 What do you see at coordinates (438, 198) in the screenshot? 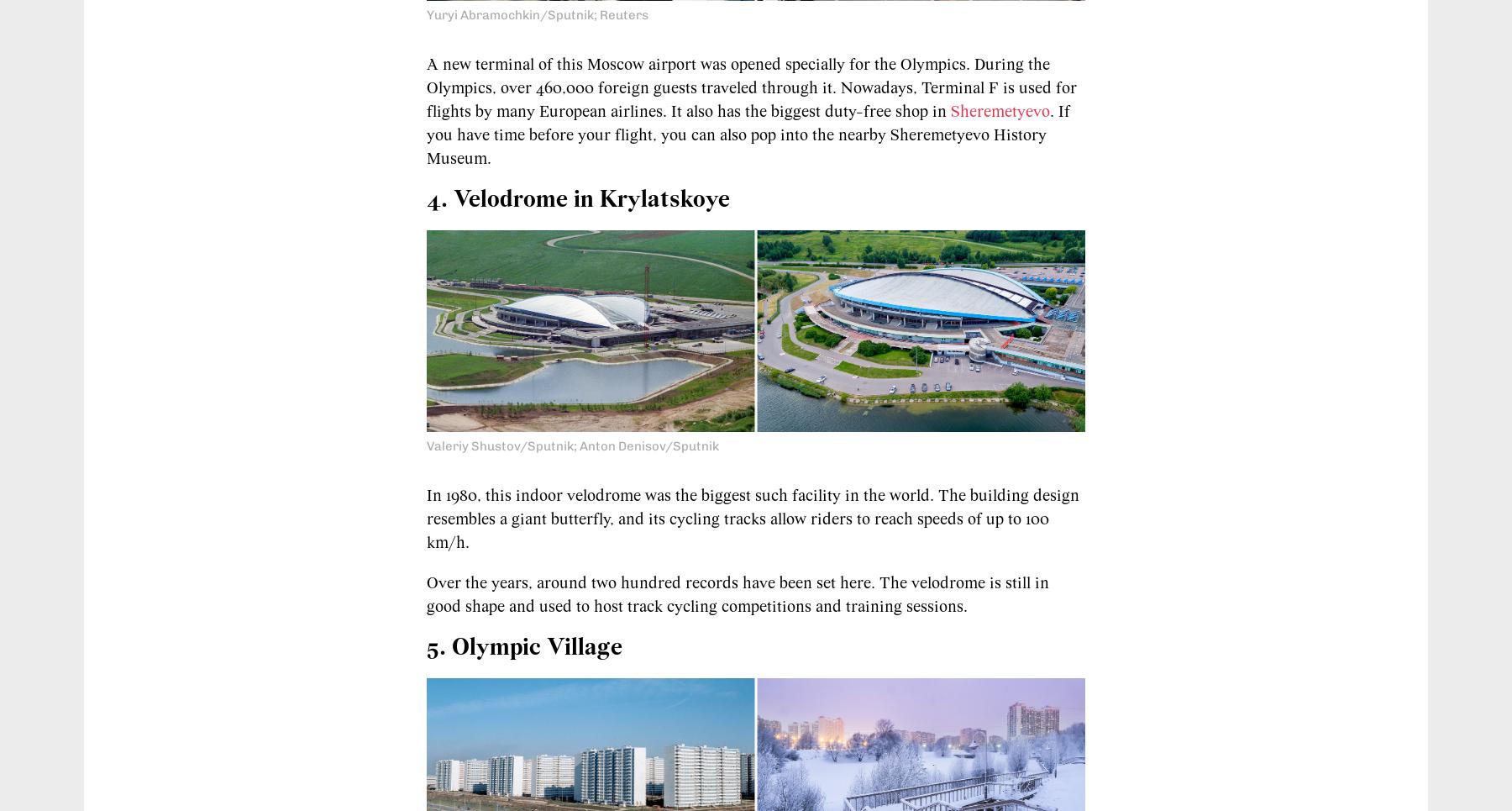
I see `'4.'` at bounding box center [438, 198].